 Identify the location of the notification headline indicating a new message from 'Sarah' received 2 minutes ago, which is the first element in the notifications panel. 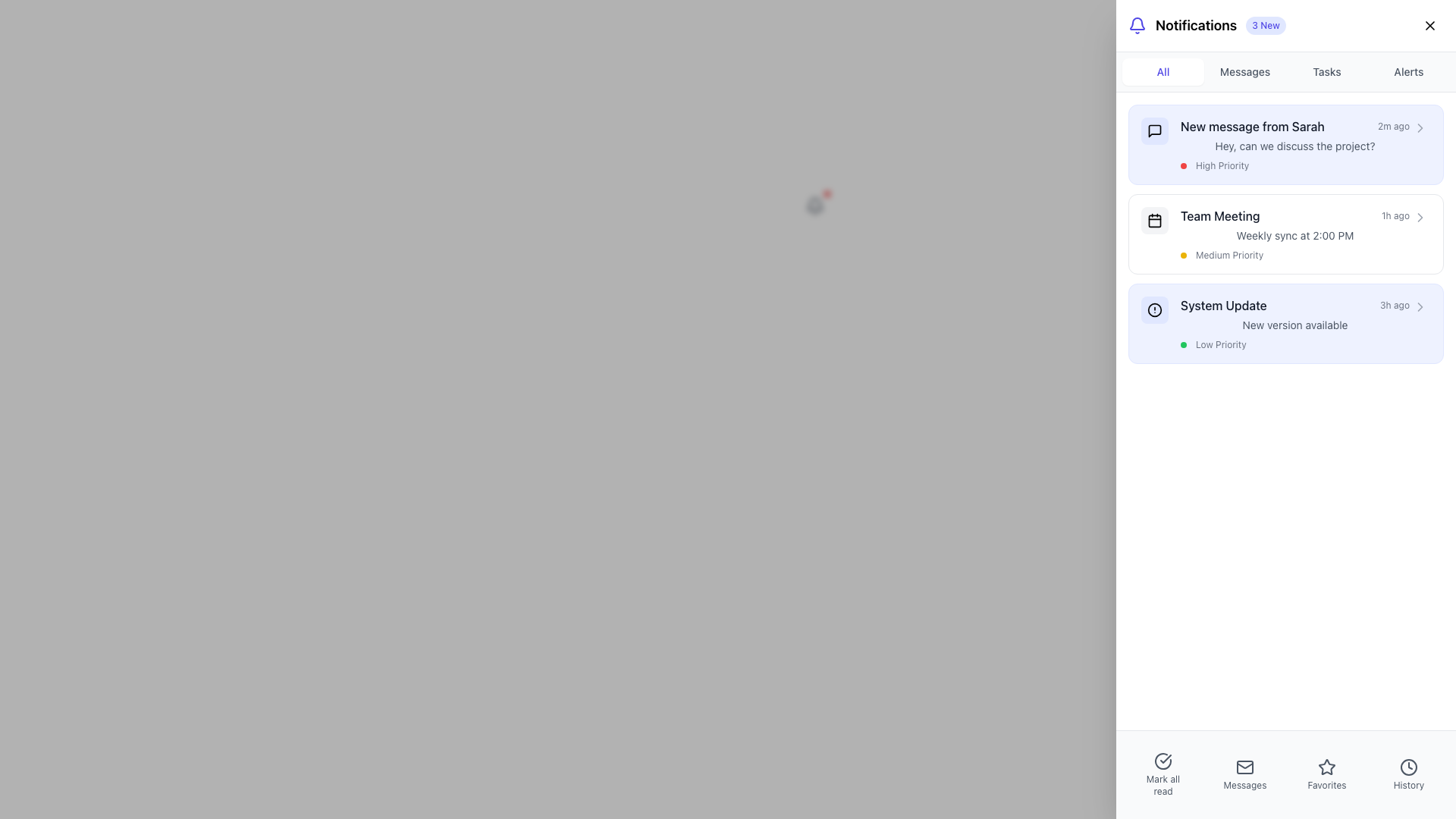
(1294, 125).